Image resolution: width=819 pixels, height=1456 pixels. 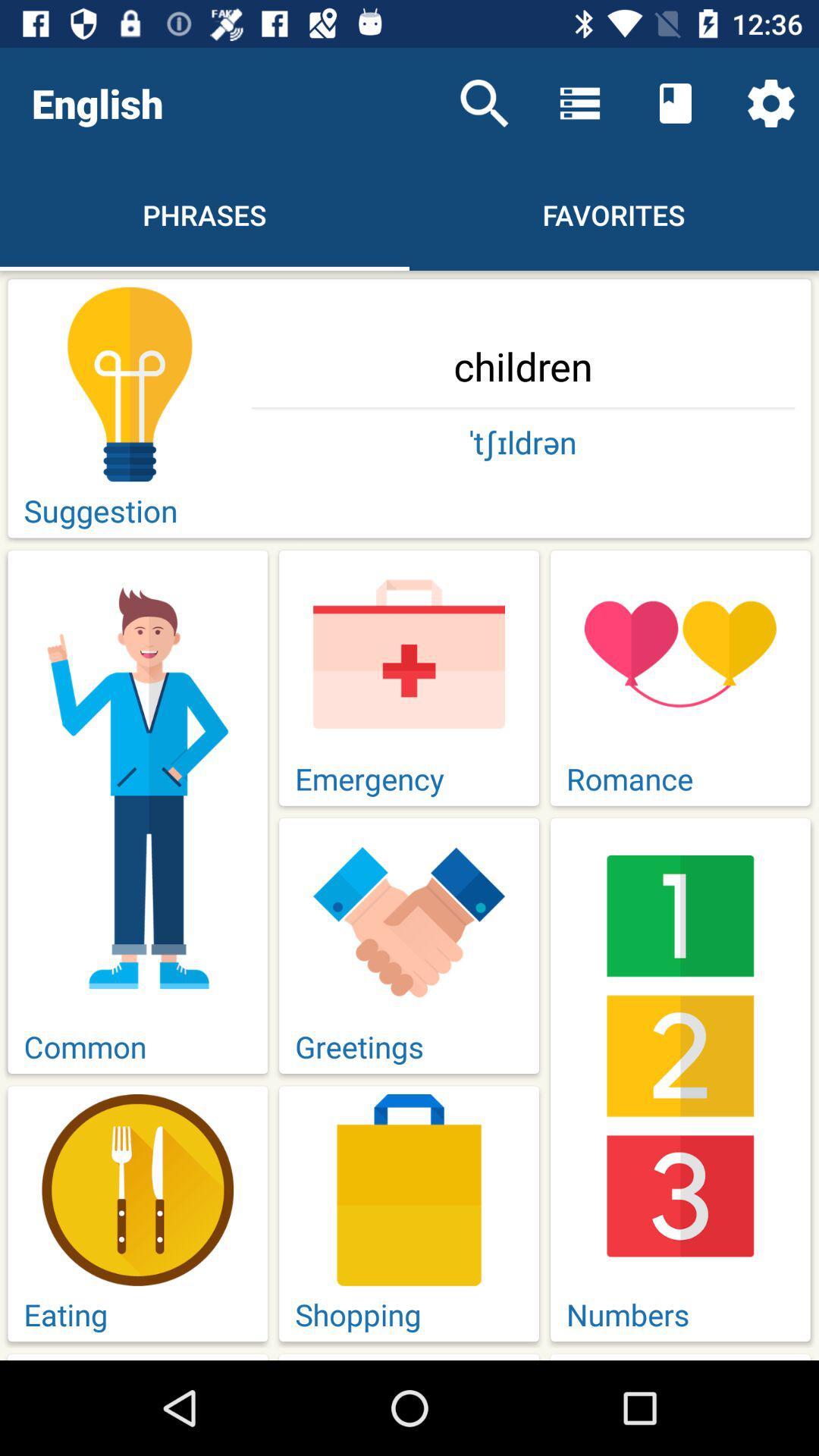 I want to click on the icon above favorites item, so click(x=579, y=102).